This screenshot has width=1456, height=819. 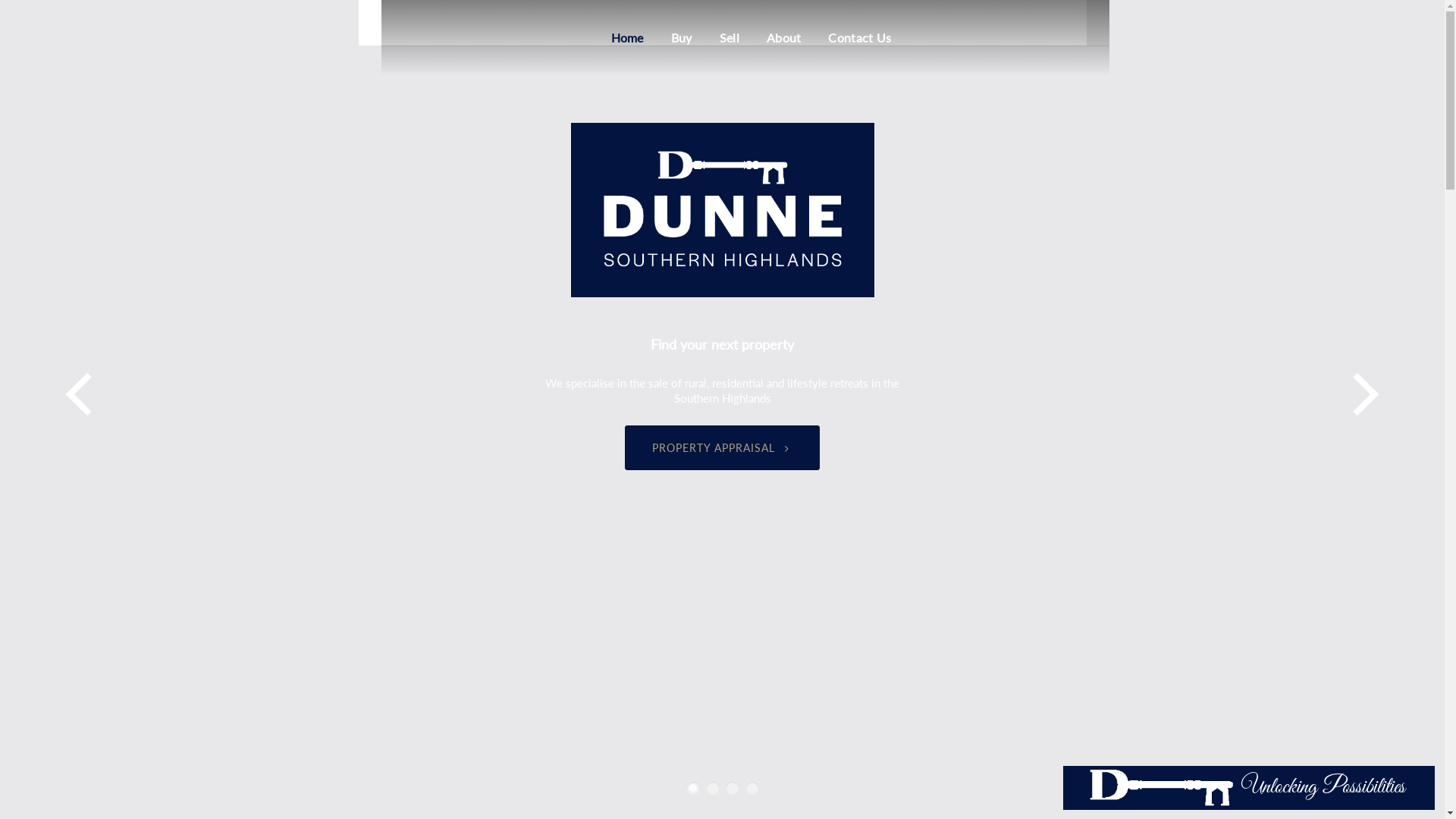 What do you see at coordinates (627, 37) in the screenshot?
I see `'Home'` at bounding box center [627, 37].